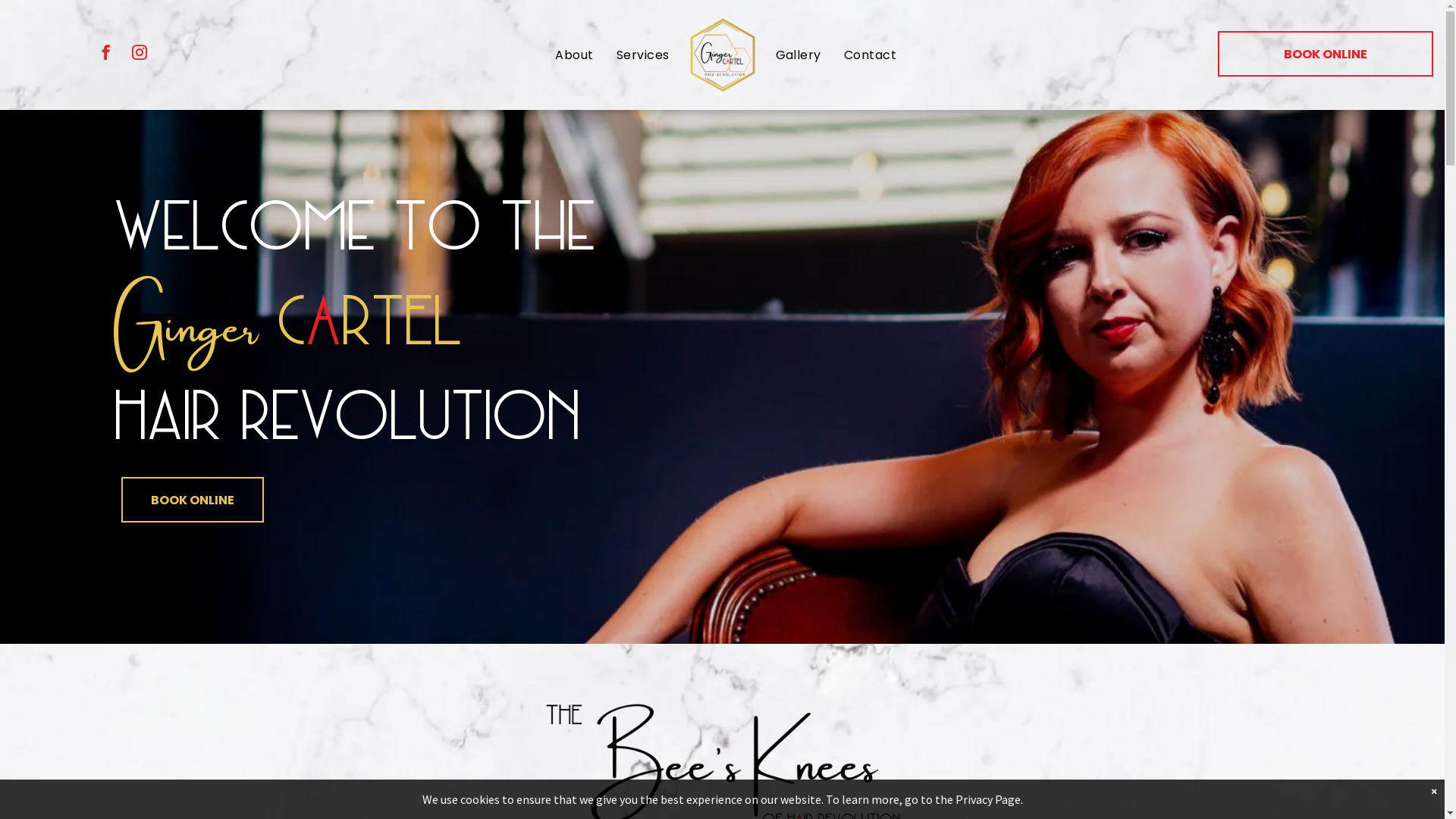  I want to click on 'Gallery', so click(764, 54).